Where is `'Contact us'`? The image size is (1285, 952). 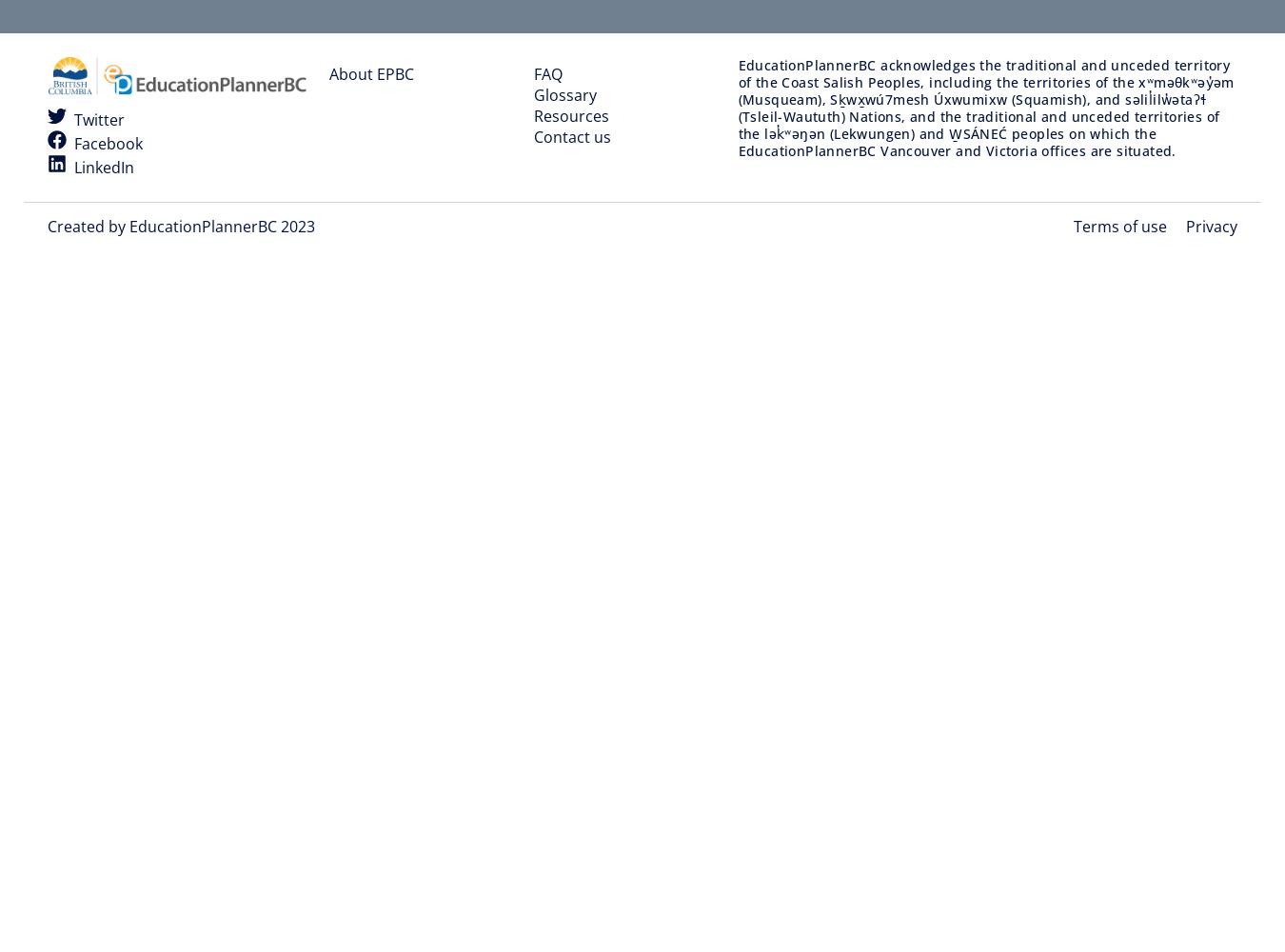 'Contact us' is located at coordinates (571, 136).